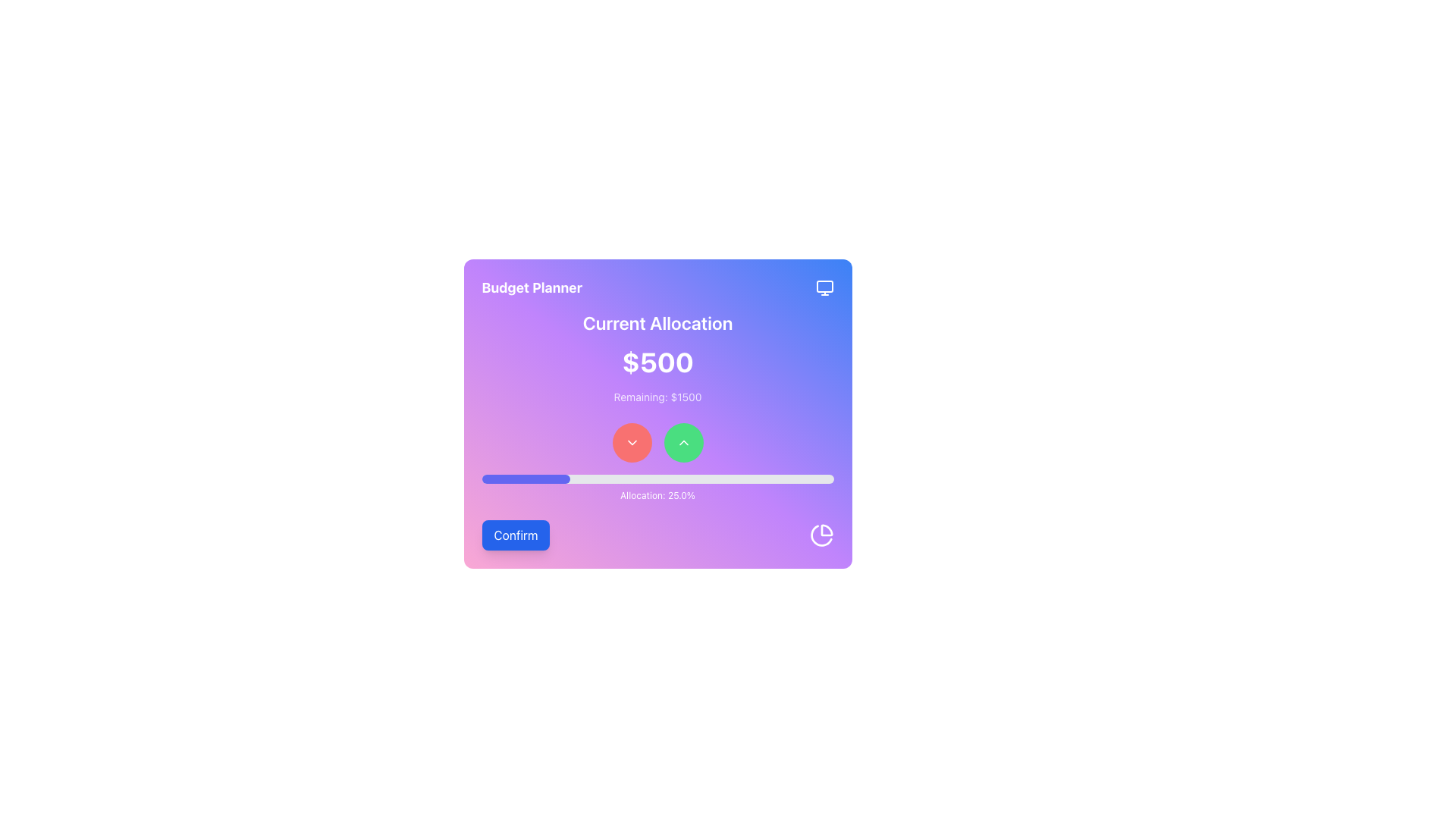 The width and height of the screenshot is (1456, 819). What do you see at coordinates (657, 479) in the screenshot?
I see `the percentage represented by the progress bar located at the bottom of the 'Current Allocation' card, right above the text 'Allocation: 25.0%'` at bounding box center [657, 479].